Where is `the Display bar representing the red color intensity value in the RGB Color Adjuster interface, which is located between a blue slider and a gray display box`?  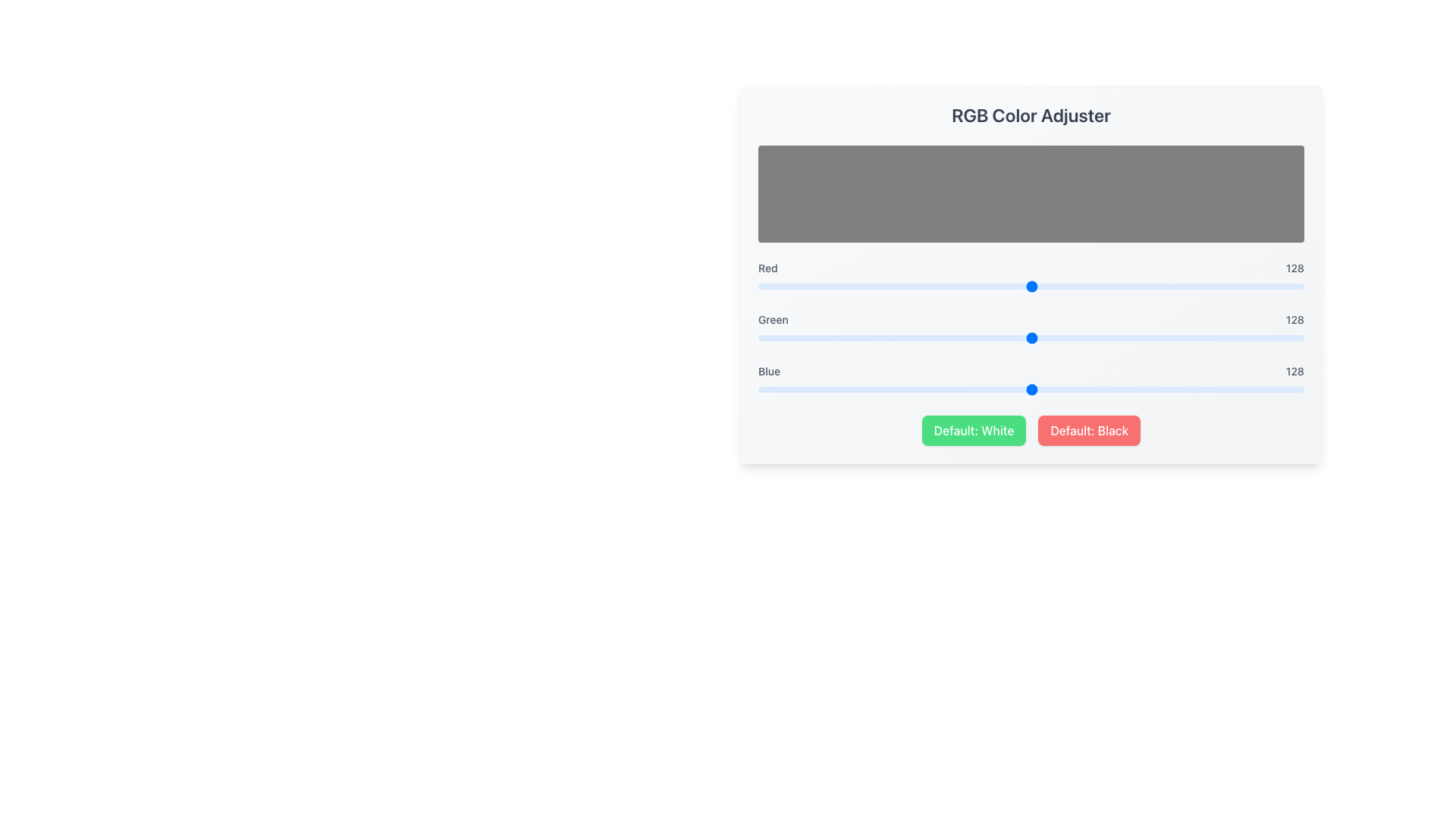 the Display bar representing the red color intensity value in the RGB Color Adjuster interface, which is located between a blue slider and a gray display box is located at coordinates (1031, 268).